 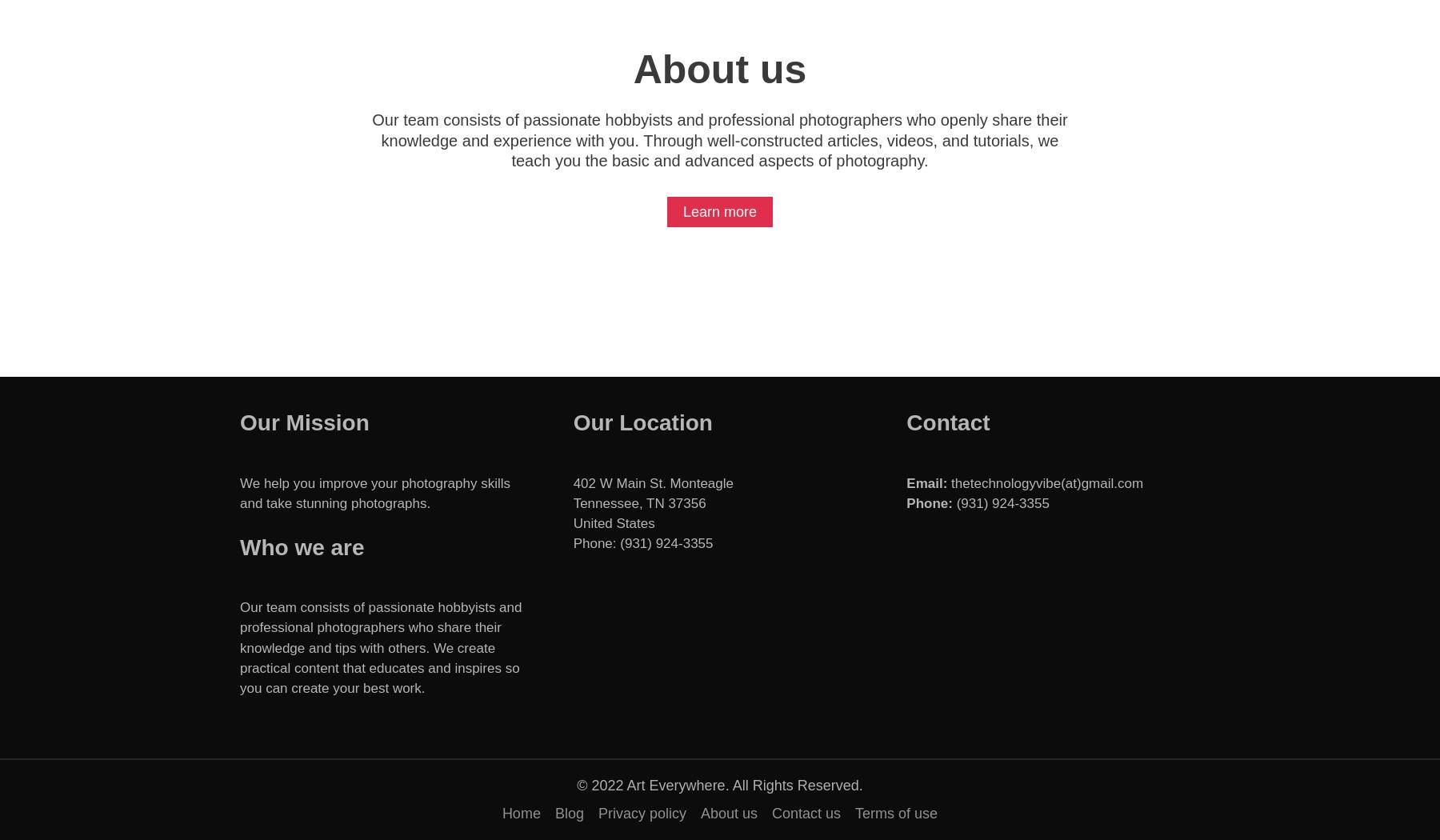 I want to click on 'Our team consists of passionate hobbyists and professional photographers who share their knowledge and tips with others. We create practical content that educates and inspires so you can create your best work.', so click(x=379, y=646).